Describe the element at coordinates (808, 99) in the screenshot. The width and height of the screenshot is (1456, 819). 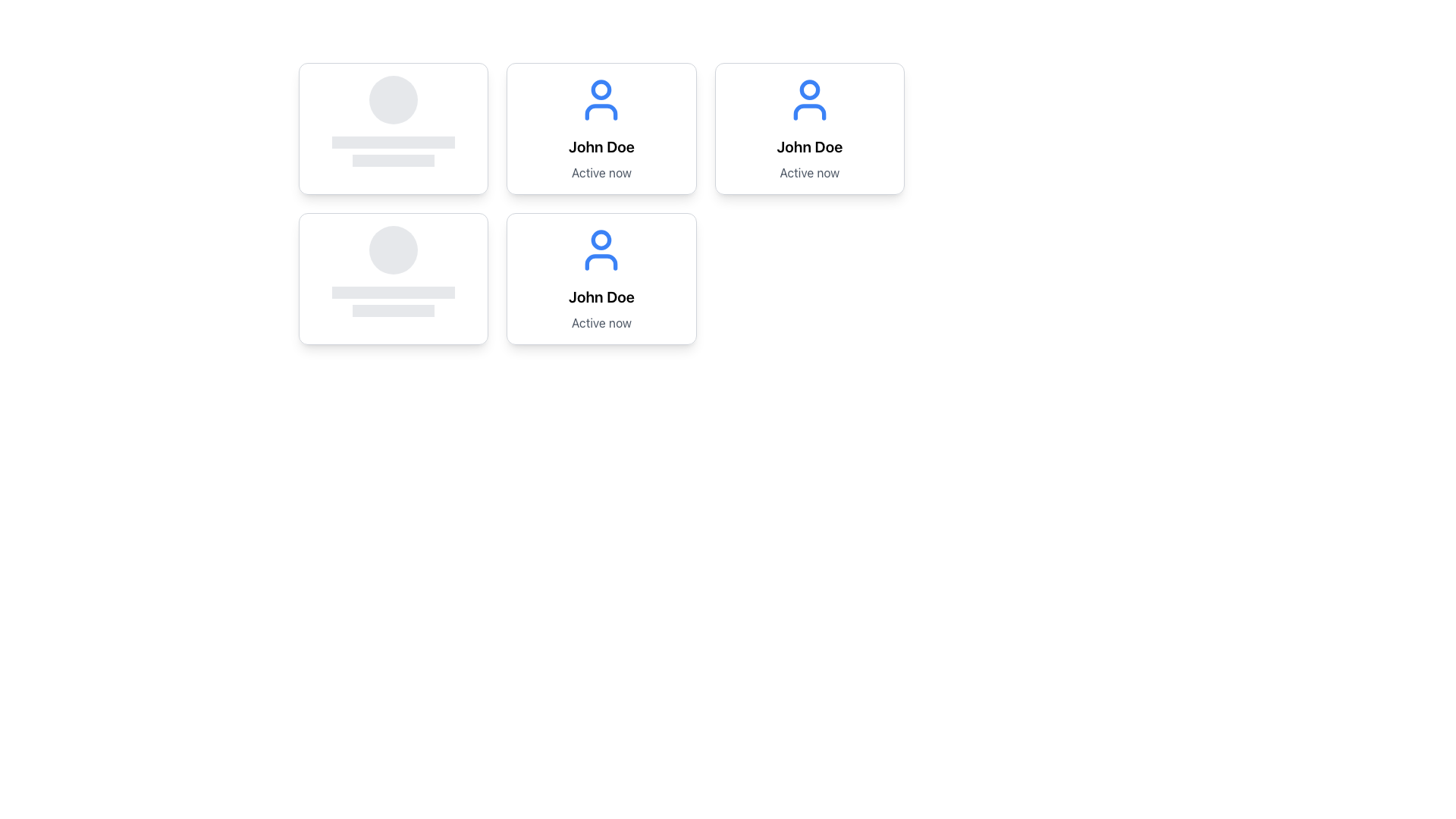
I see `the user profile icon resembling a user silhouette, which is located at the top-center of the 'John Doe' card labeled 'Active now'` at that location.